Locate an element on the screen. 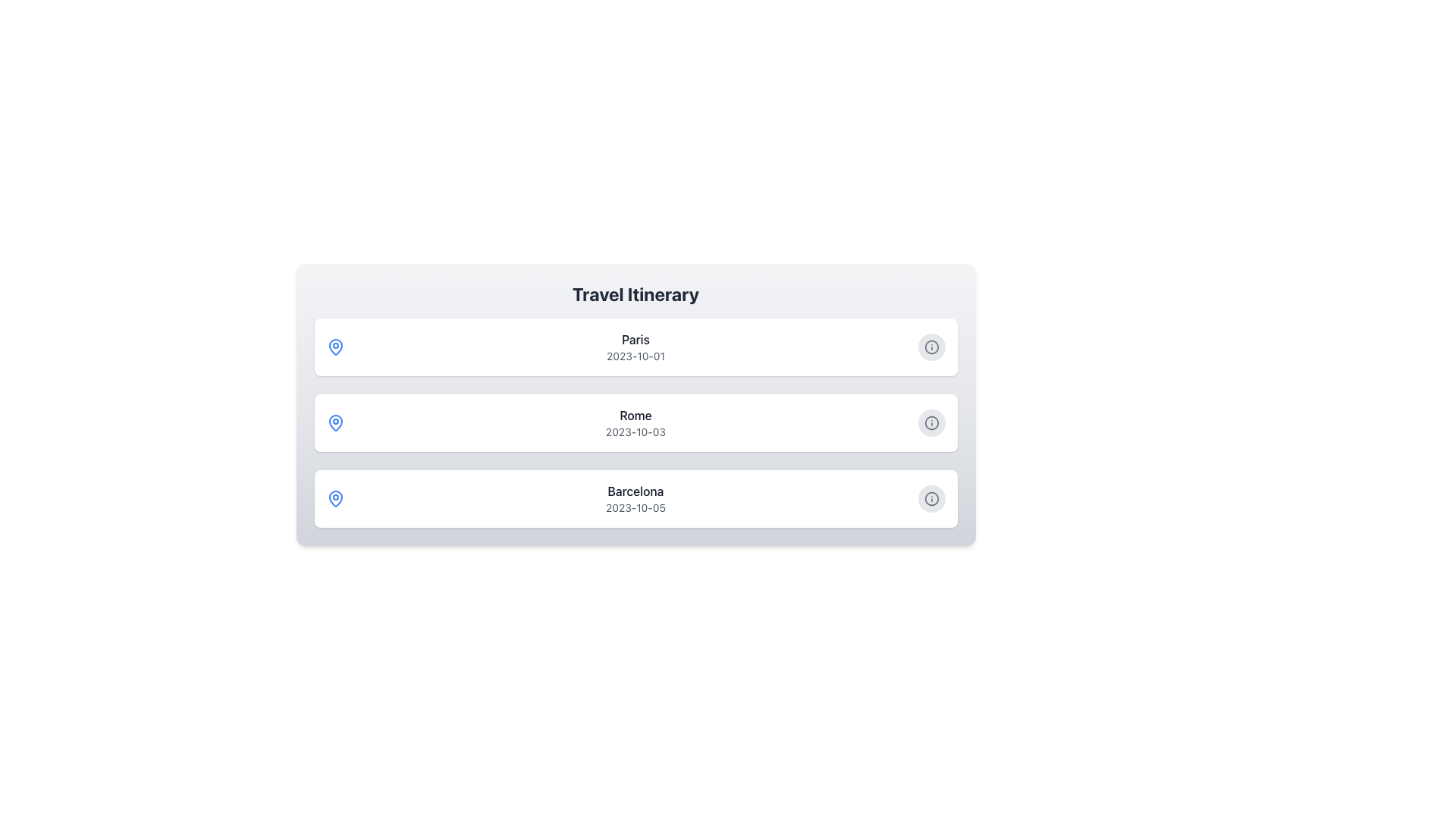 The image size is (1456, 819). the text label displaying 'Rome', which is positioned above the date label '2023-10-03' in a vertically stacked list of travel destinations is located at coordinates (635, 415).